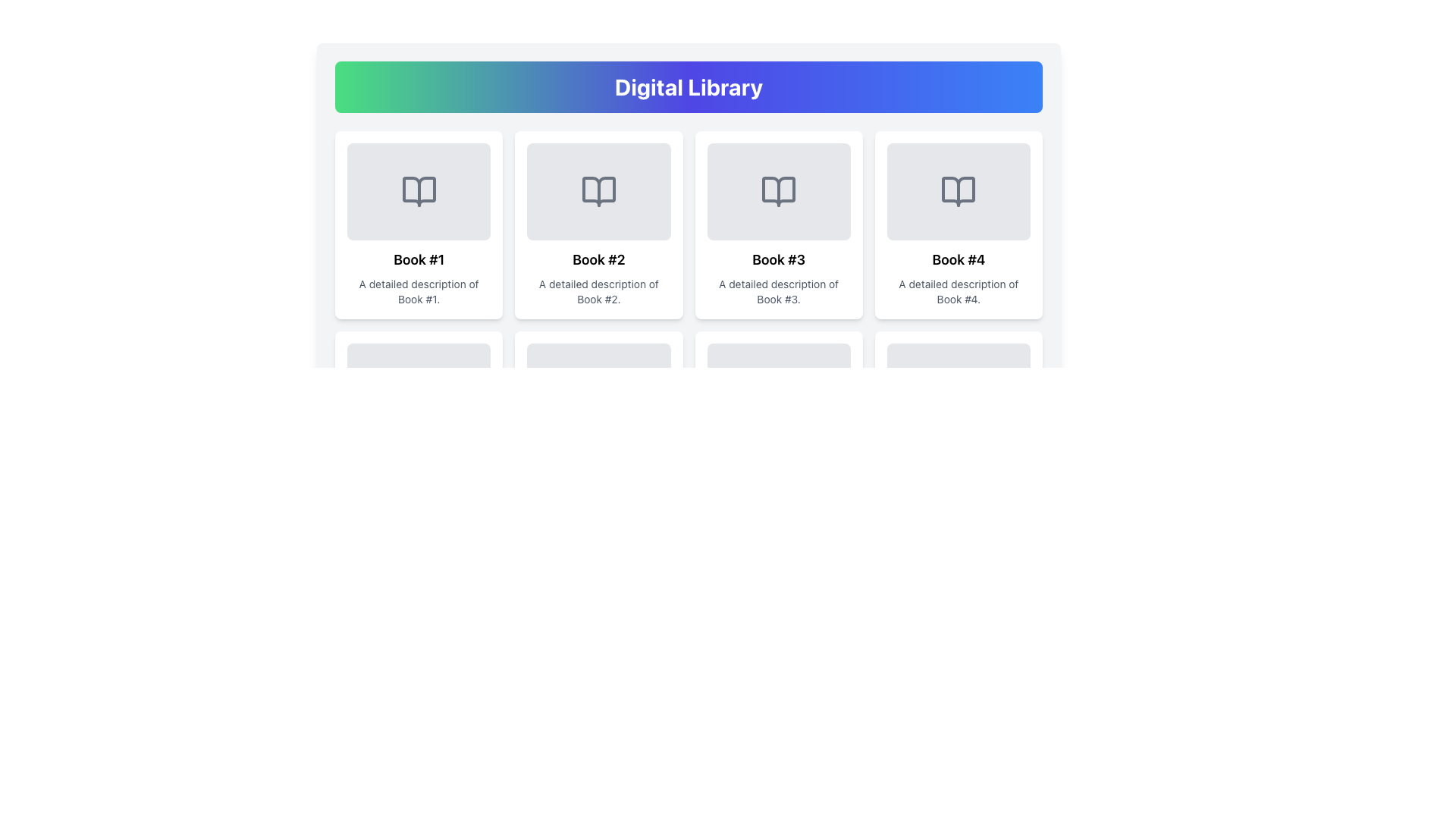 This screenshot has height=819, width=1456. What do you see at coordinates (958, 191) in the screenshot?
I see `the stylized vector graphic icon of an open book located in the fourth tile of the top row in the digital library interface, labeled 'Book #4'` at bounding box center [958, 191].